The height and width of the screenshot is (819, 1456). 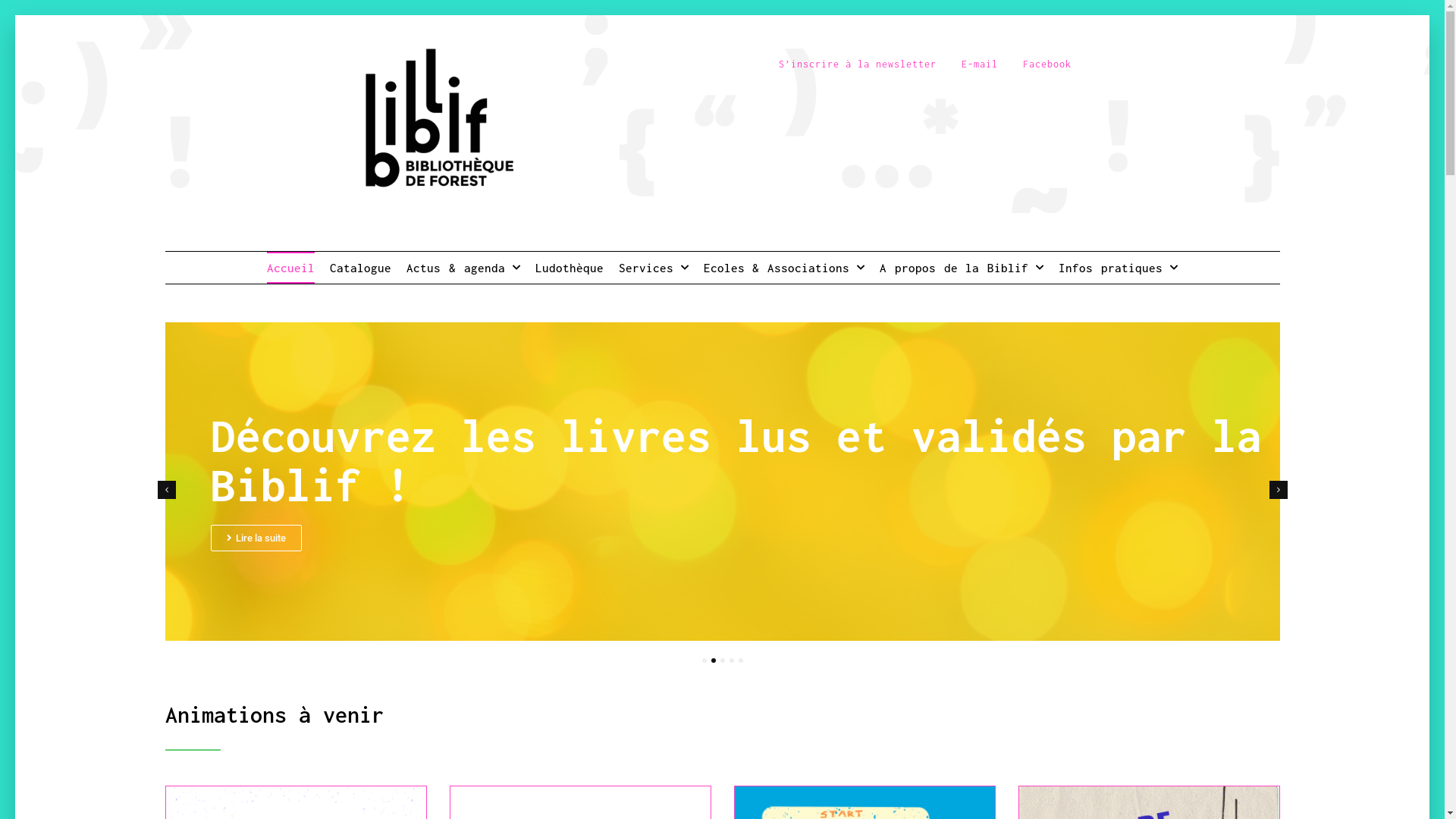 What do you see at coordinates (256, 533) in the screenshot?
I see `'Lire la suite'` at bounding box center [256, 533].